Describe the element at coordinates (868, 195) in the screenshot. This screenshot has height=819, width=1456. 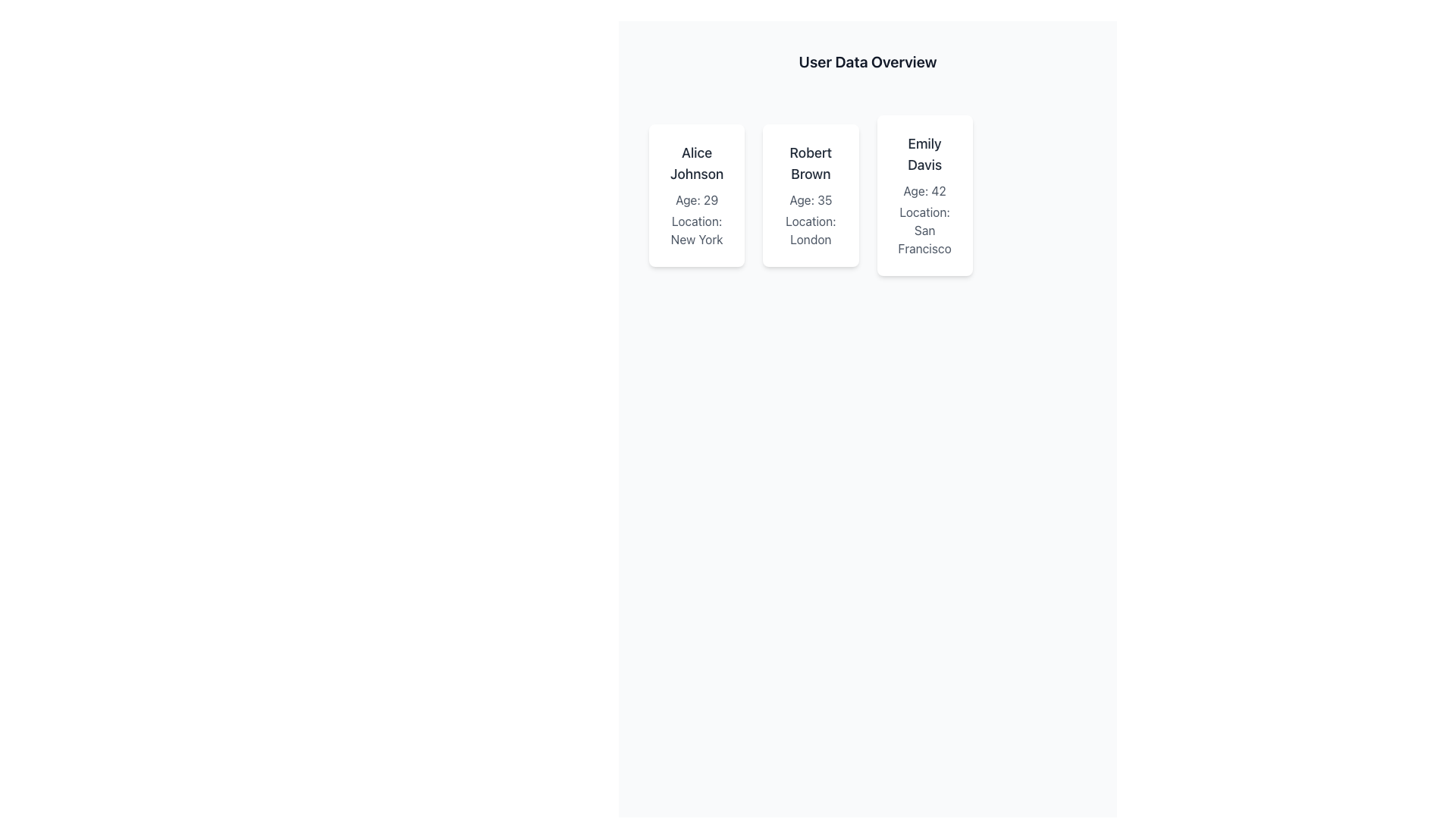
I see `a specific user card within the Data card group located below the 'User Data Overview' header by clicking on its center point` at that location.